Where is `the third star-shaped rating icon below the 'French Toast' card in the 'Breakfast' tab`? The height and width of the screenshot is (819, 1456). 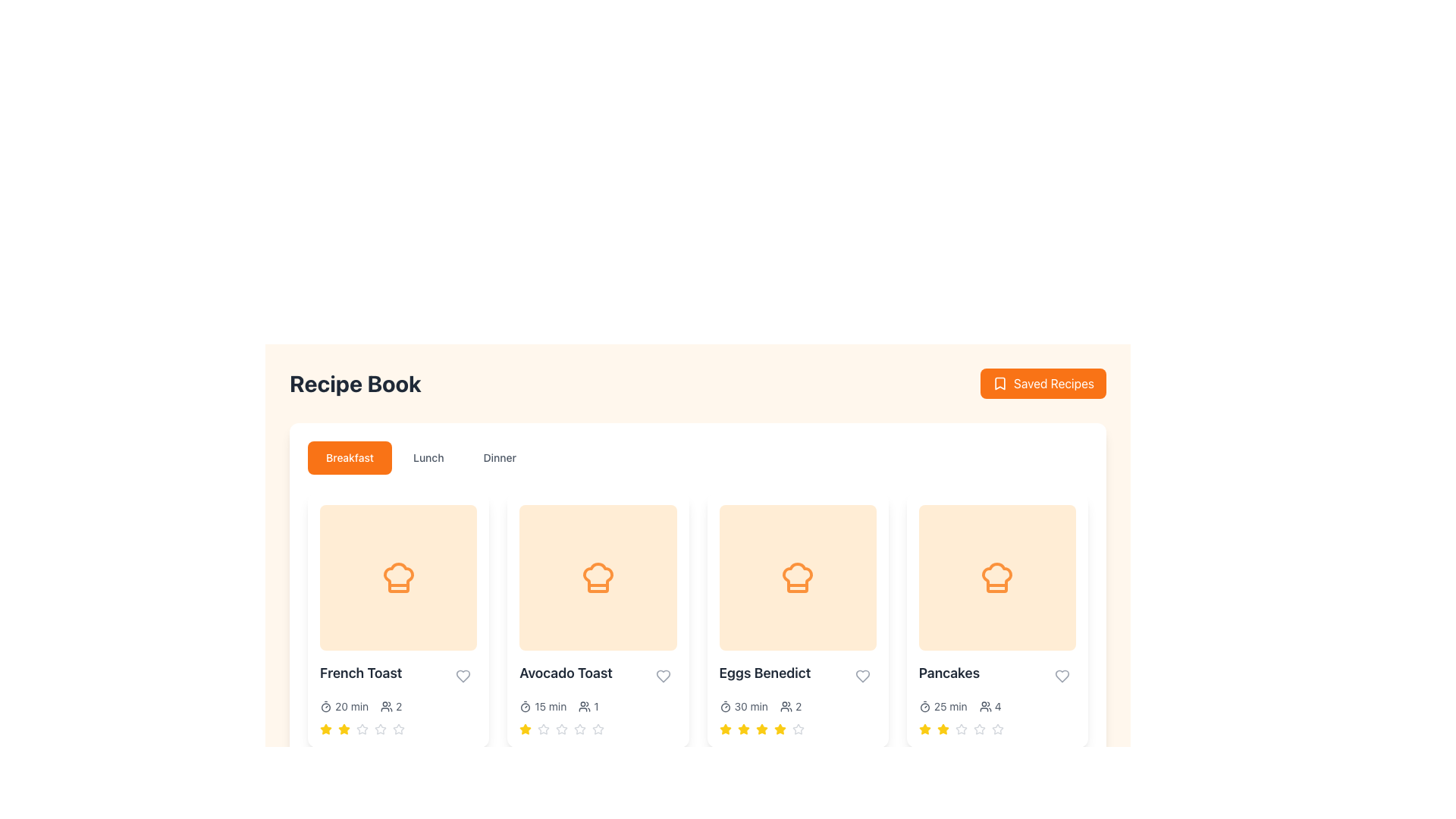
the third star-shaped rating icon below the 'French Toast' card in the 'Breakfast' tab is located at coordinates (381, 728).